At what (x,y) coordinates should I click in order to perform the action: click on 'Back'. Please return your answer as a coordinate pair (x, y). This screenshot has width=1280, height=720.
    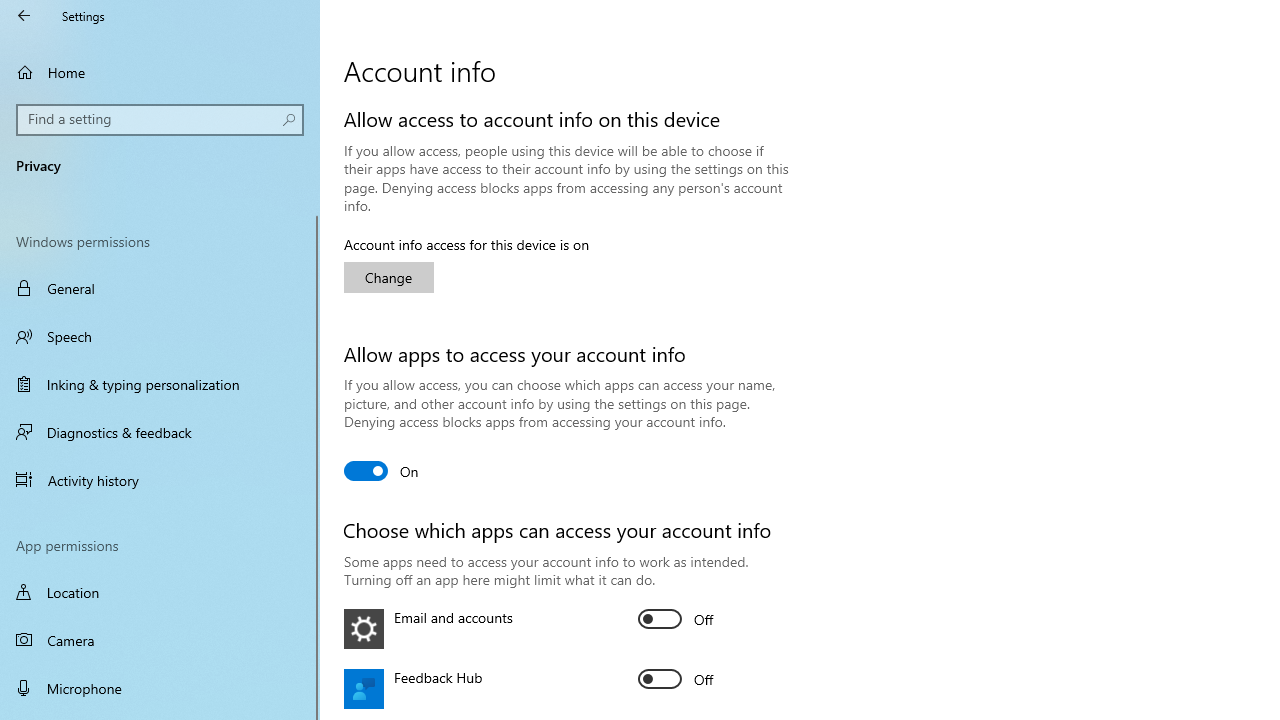
    Looking at the image, I should click on (24, 15).